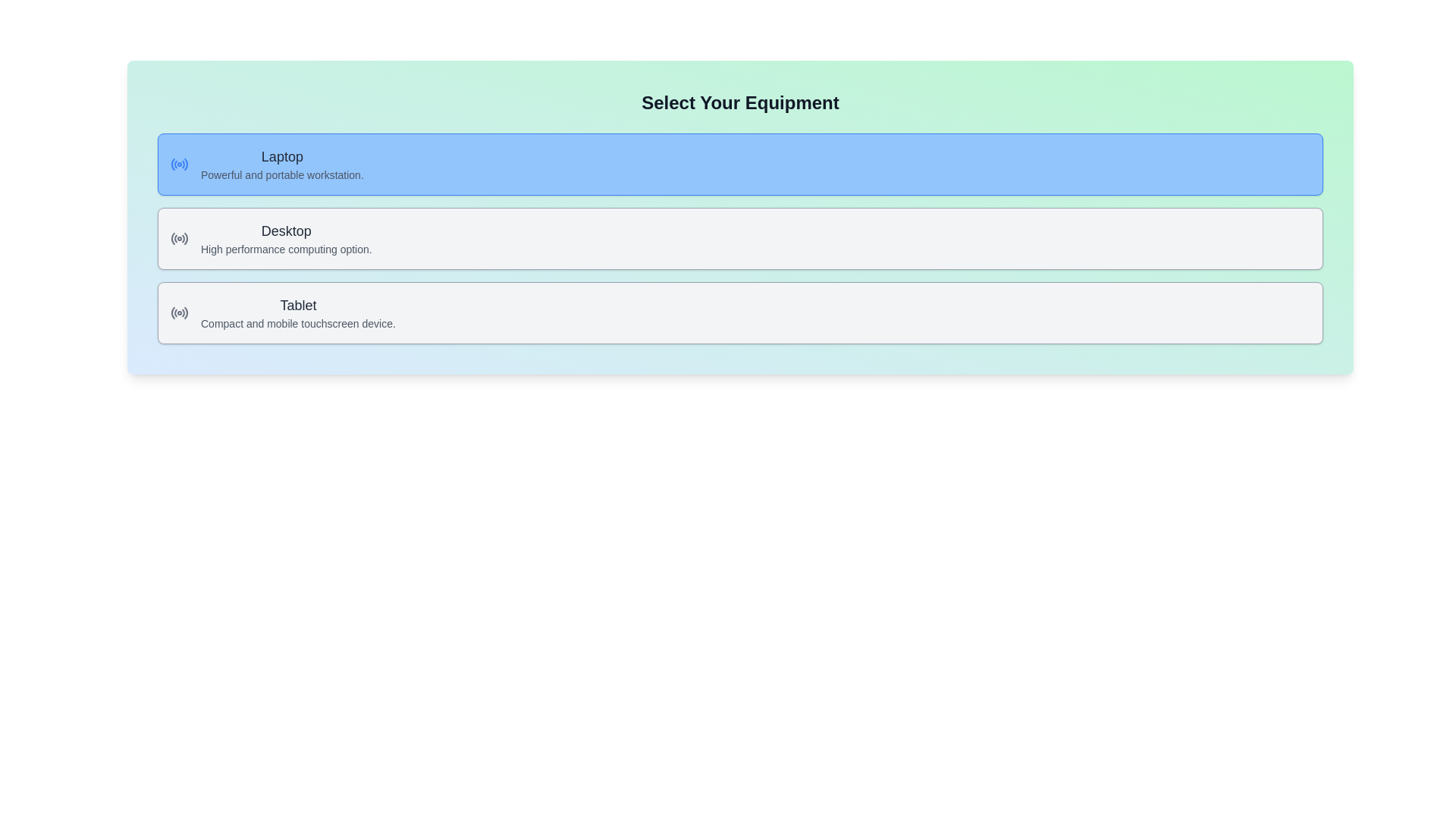 Image resolution: width=1456 pixels, height=819 pixels. What do you see at coordinates (286, 248) in the screenshot?
I see `text content element that displays 'High performance computing option.' located inside the second option box labeled 'Desktop', positioned below the main title of the box` at bounding box center [286, 248].